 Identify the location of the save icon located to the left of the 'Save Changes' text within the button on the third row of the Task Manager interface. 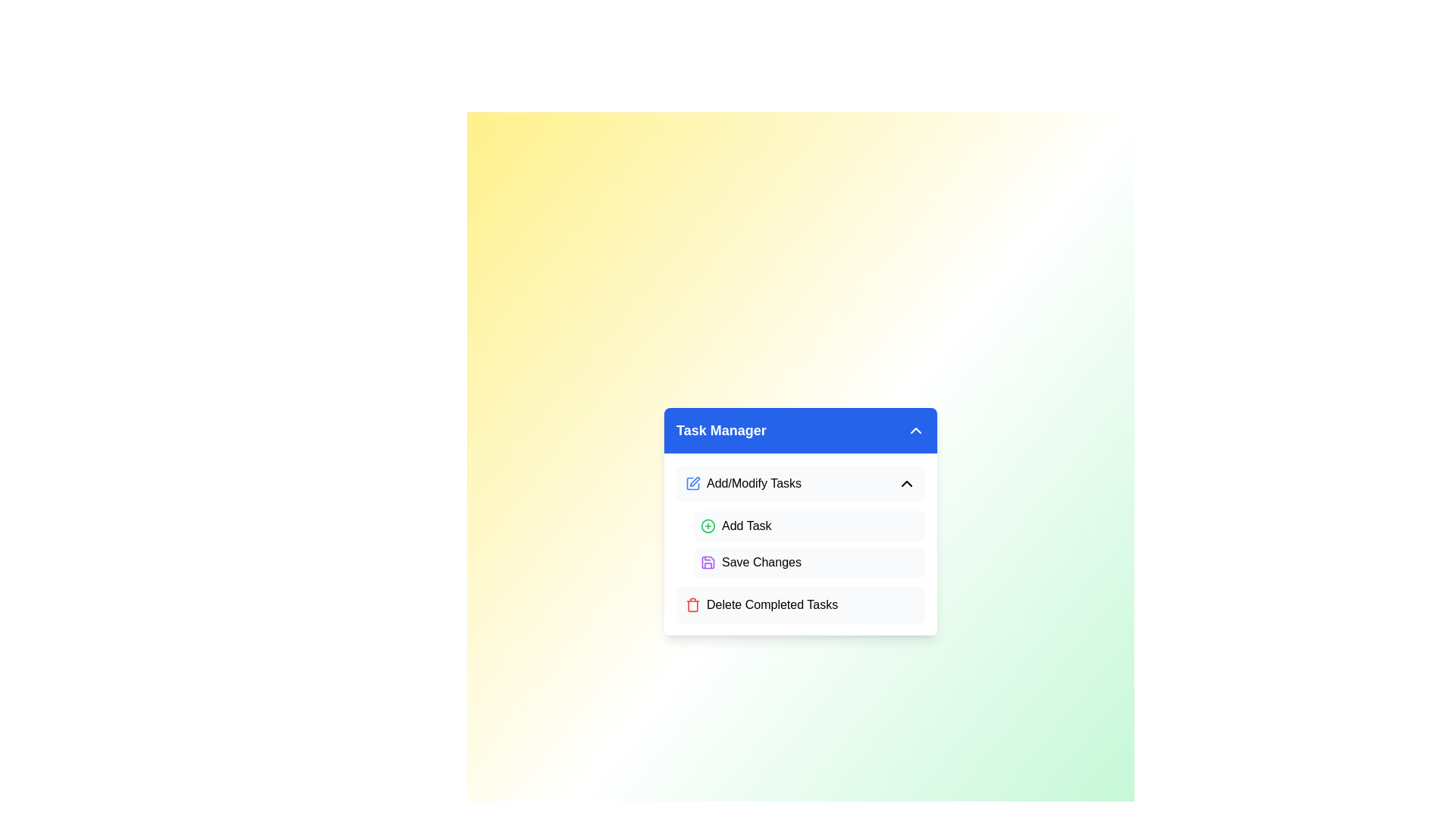
(708, 562).